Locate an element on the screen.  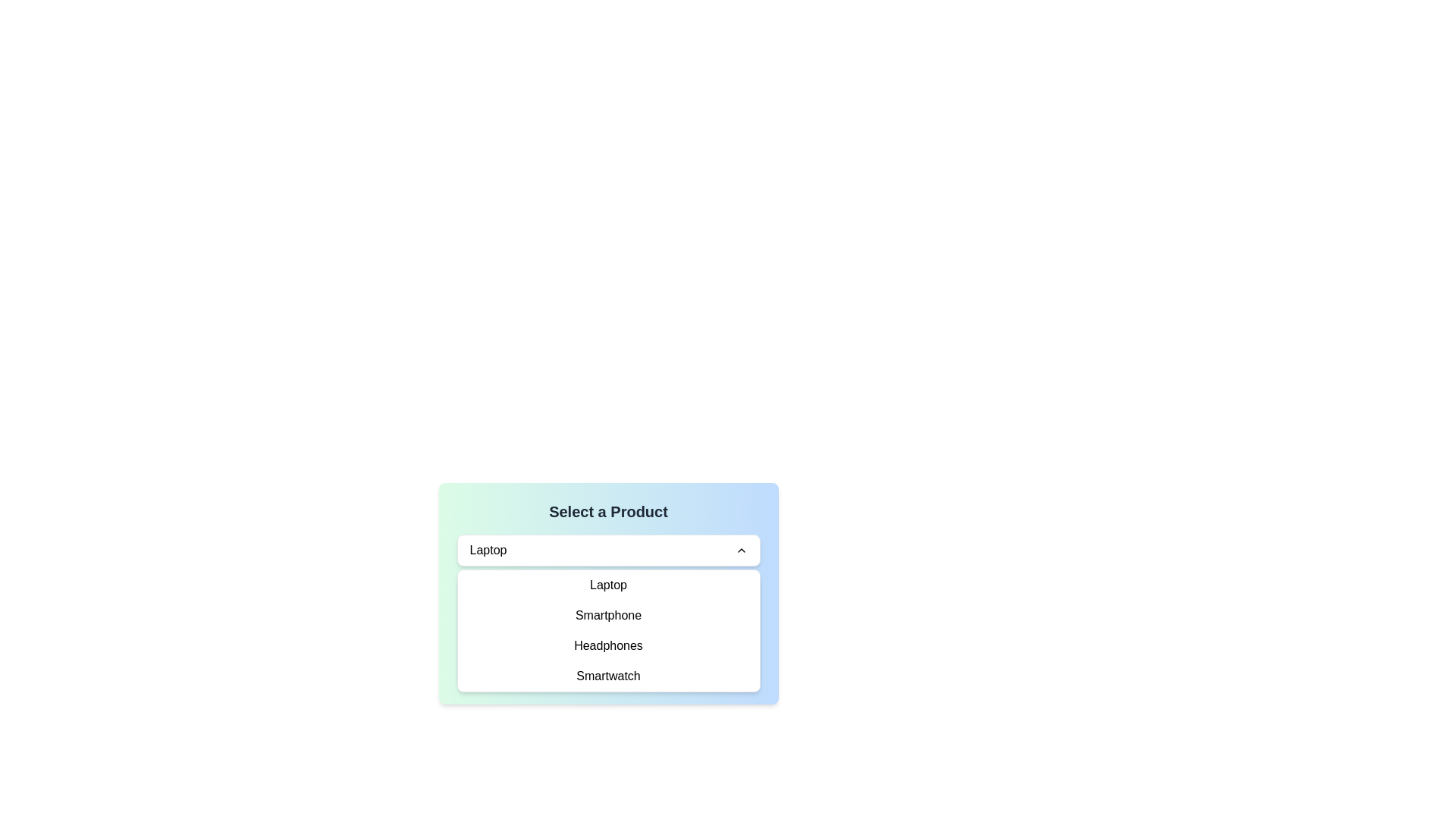
the 'Smartphone' option in the dropdown menu, which is the second item below 'Laptop' and above 'Headphones' is located at coordinates (608, 616).